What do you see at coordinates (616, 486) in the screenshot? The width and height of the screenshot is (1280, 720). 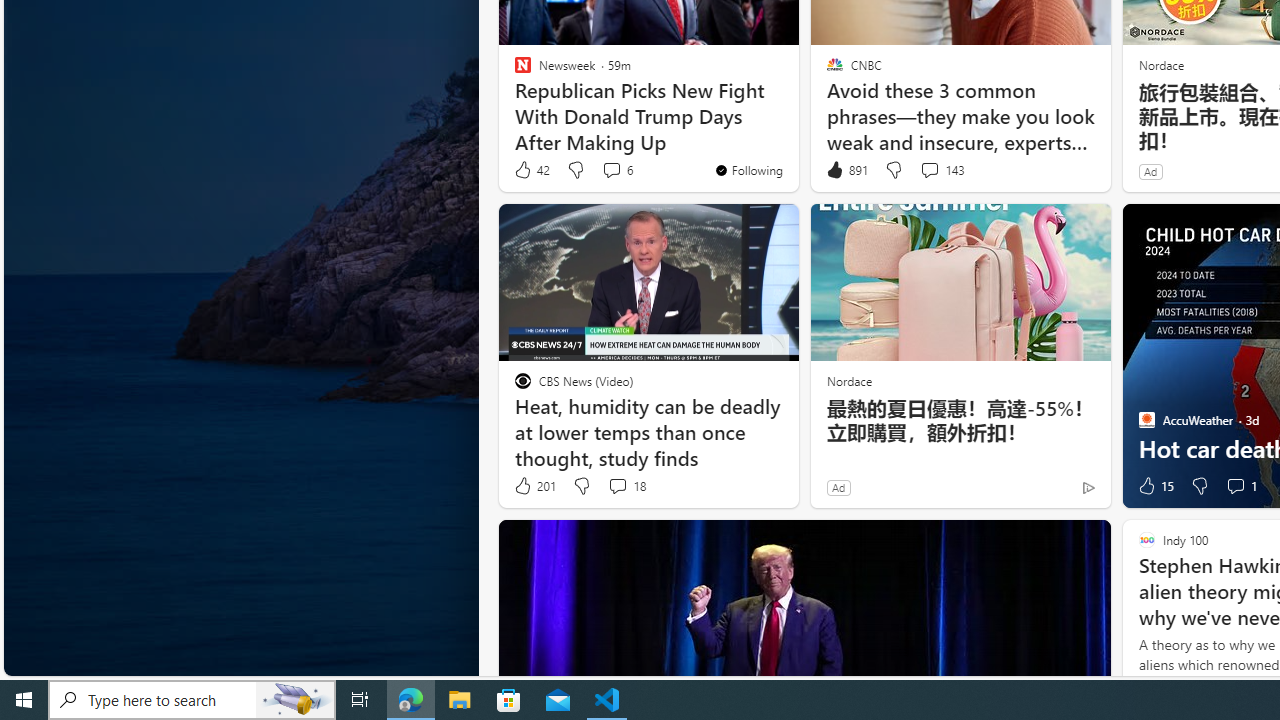 I see `'View comments 18 Comment'` at bounding box center [616, 486].